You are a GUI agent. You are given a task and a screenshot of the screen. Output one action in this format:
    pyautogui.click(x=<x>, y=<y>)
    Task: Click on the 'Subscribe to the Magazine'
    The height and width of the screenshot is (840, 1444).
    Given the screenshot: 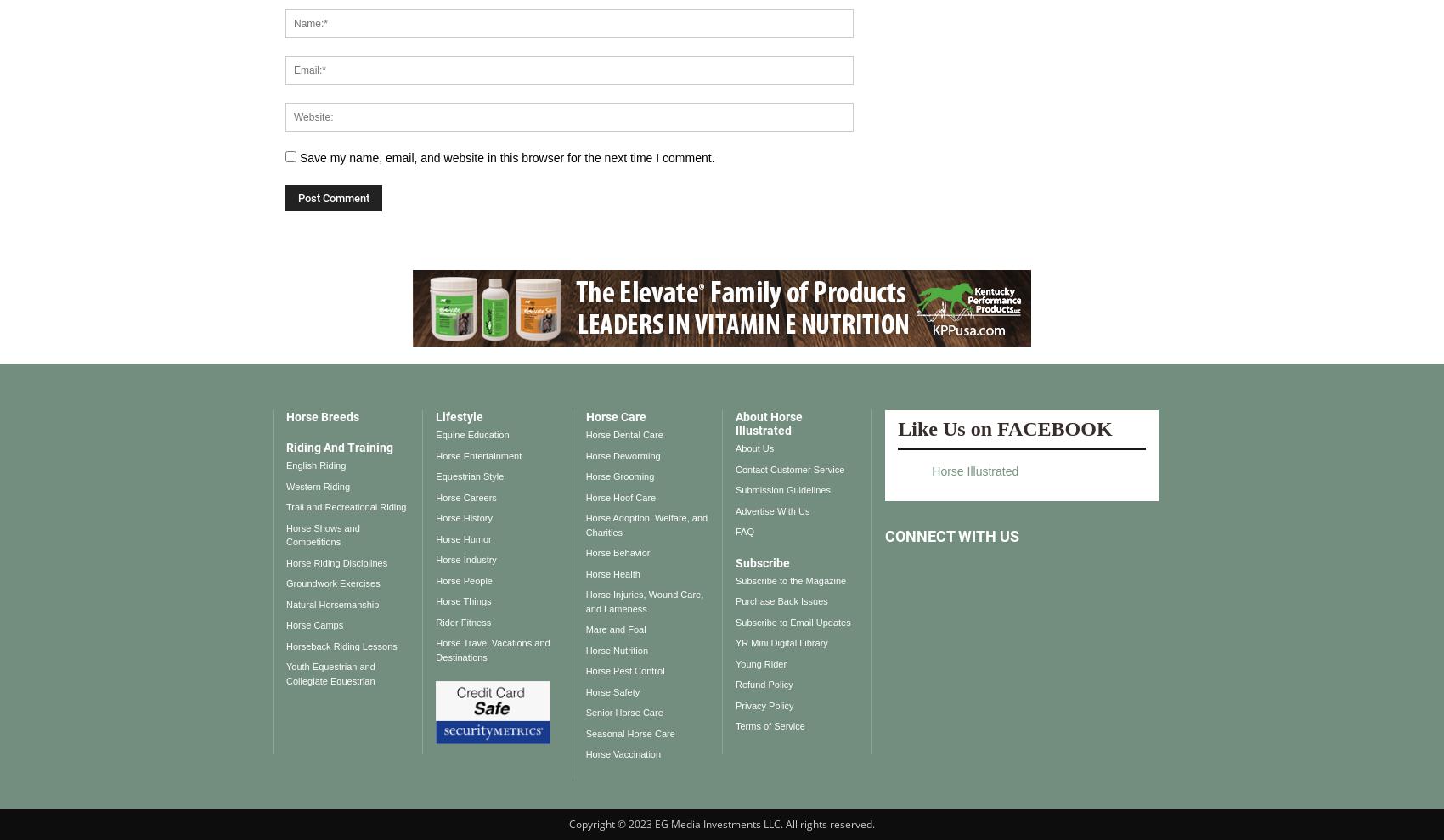 What is the action you would take?
    pyautogui.click(x=734, y=579)
    